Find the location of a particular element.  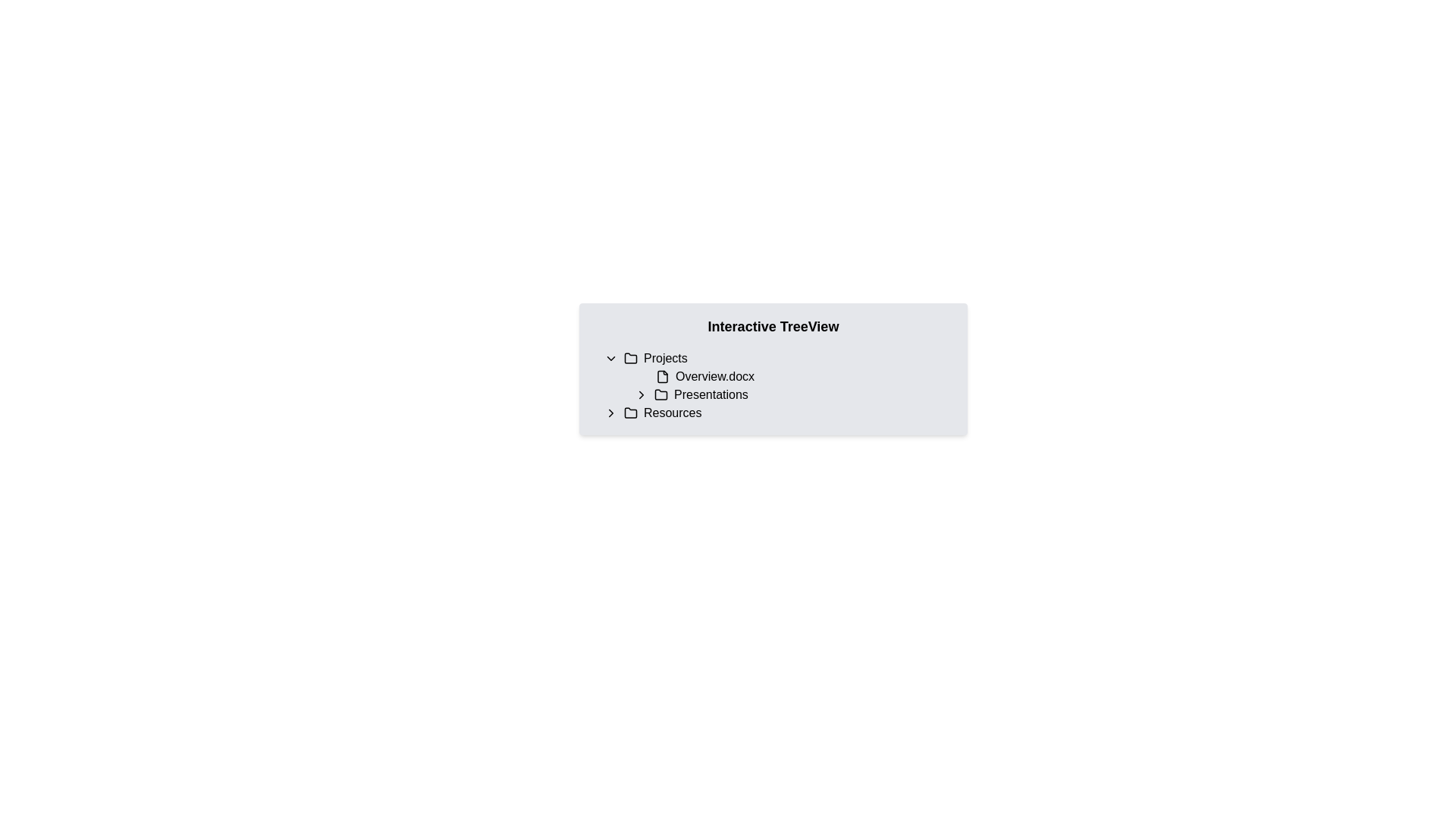

the 'Presentations' text label in the tree view navigation component is located at coordinates (710, 394).